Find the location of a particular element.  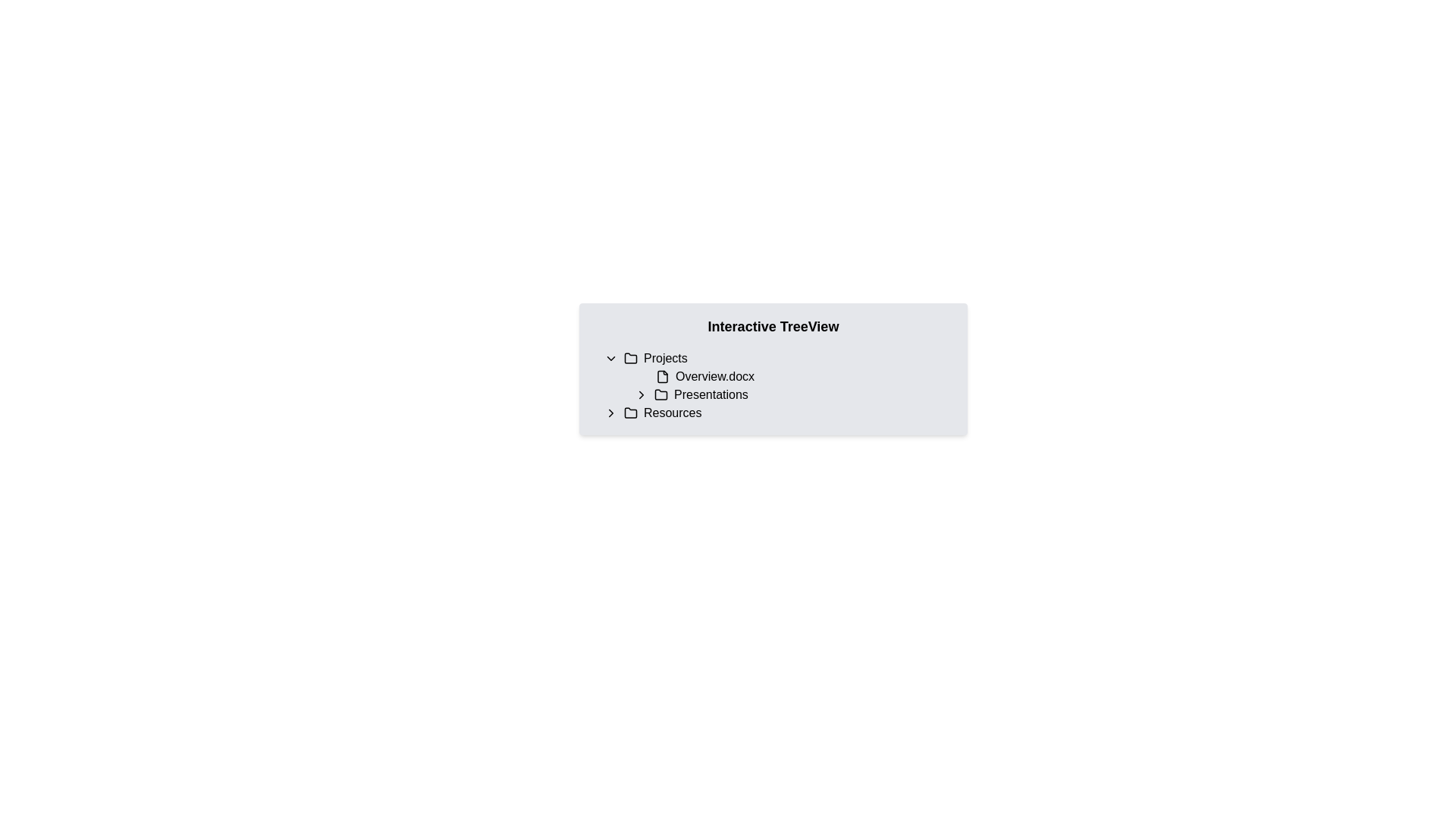

the 'Presentations' text label in the tree view navigation component is located at coordinates (710, 394).